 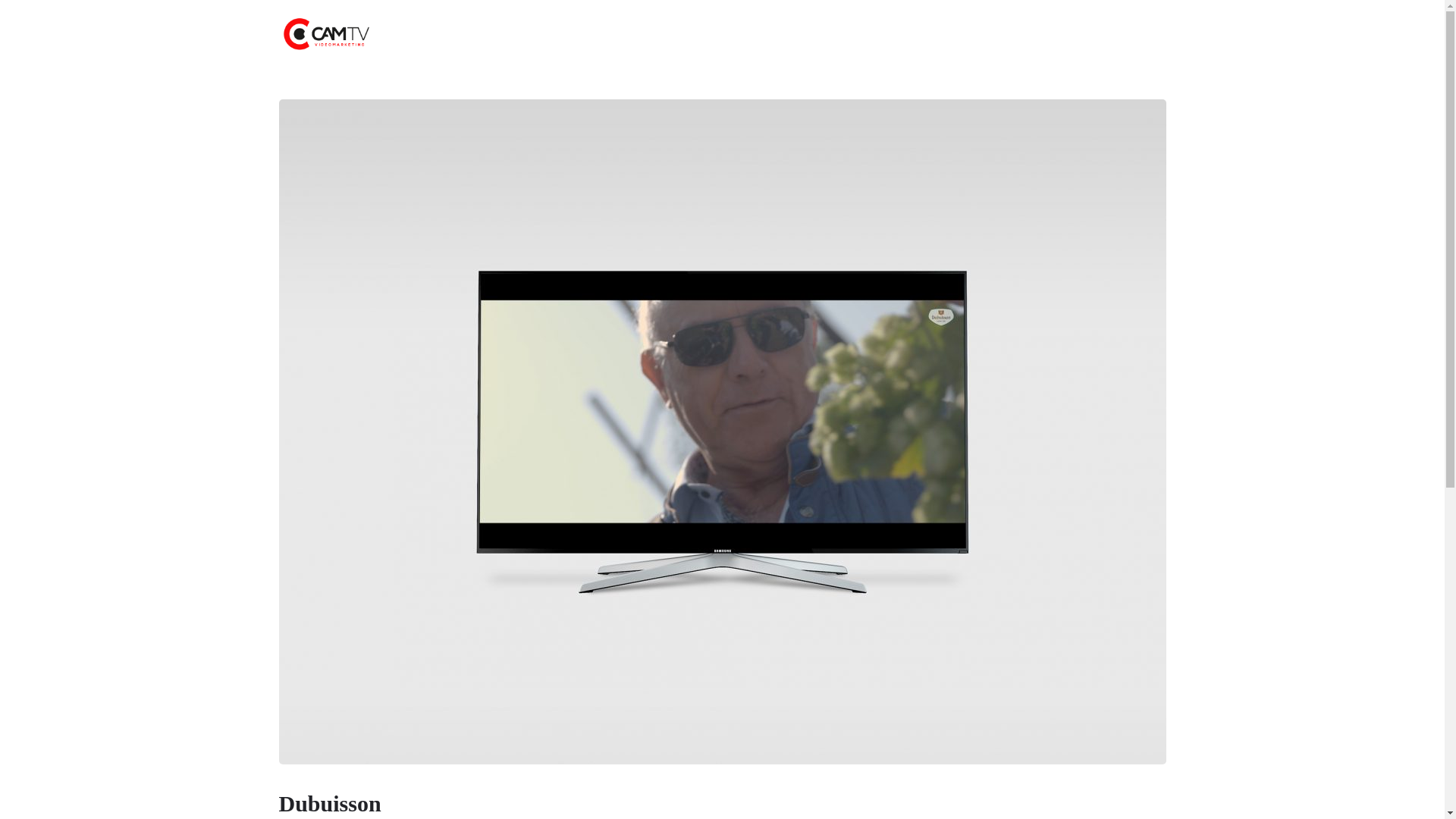 What do you see at coordinates (698, 34) in the screenshot?
I see `'SOCIALE MEDIA'` at bounding box center [698, 34].